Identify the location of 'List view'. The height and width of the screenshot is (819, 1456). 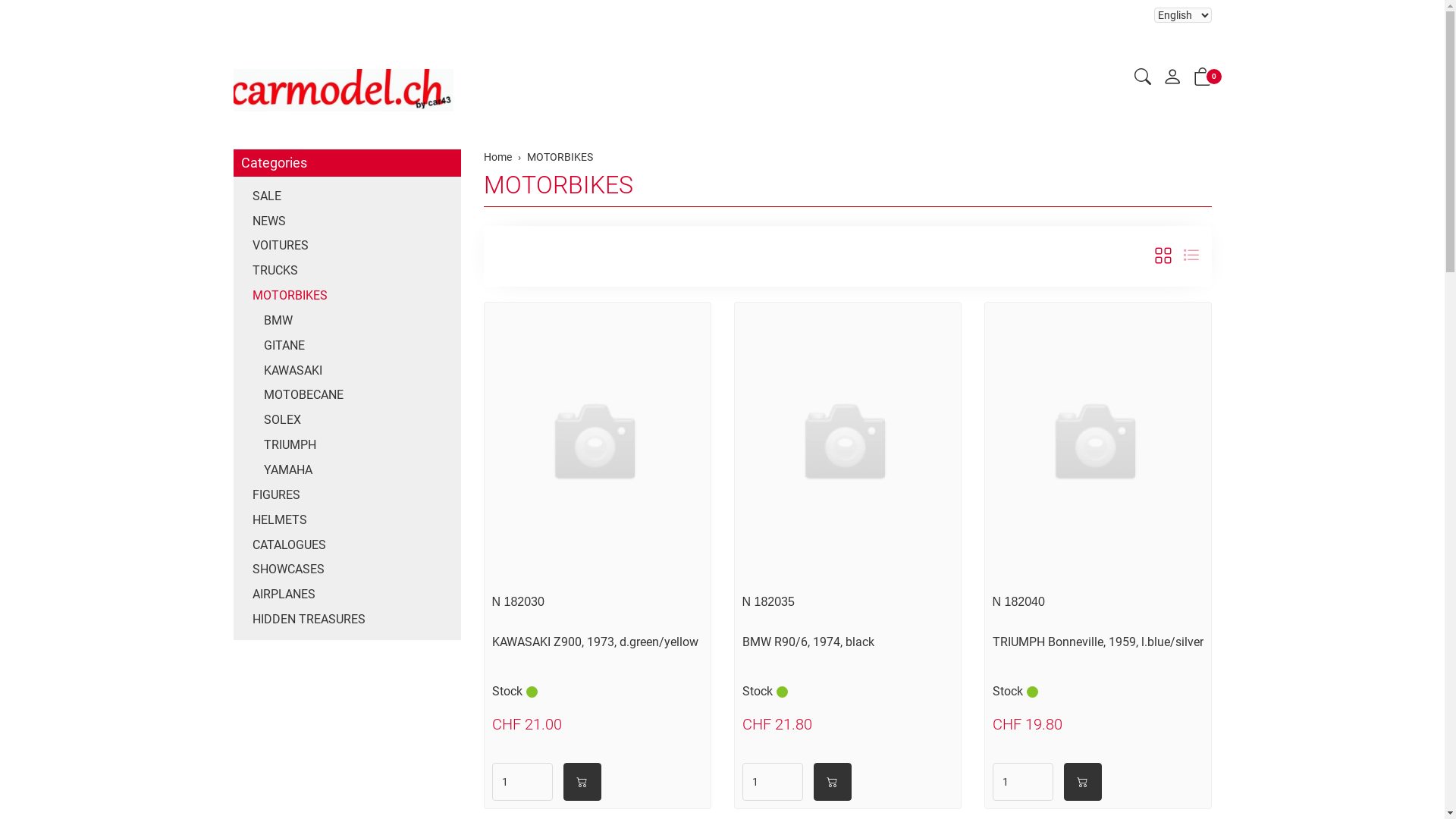
(1189, 256).